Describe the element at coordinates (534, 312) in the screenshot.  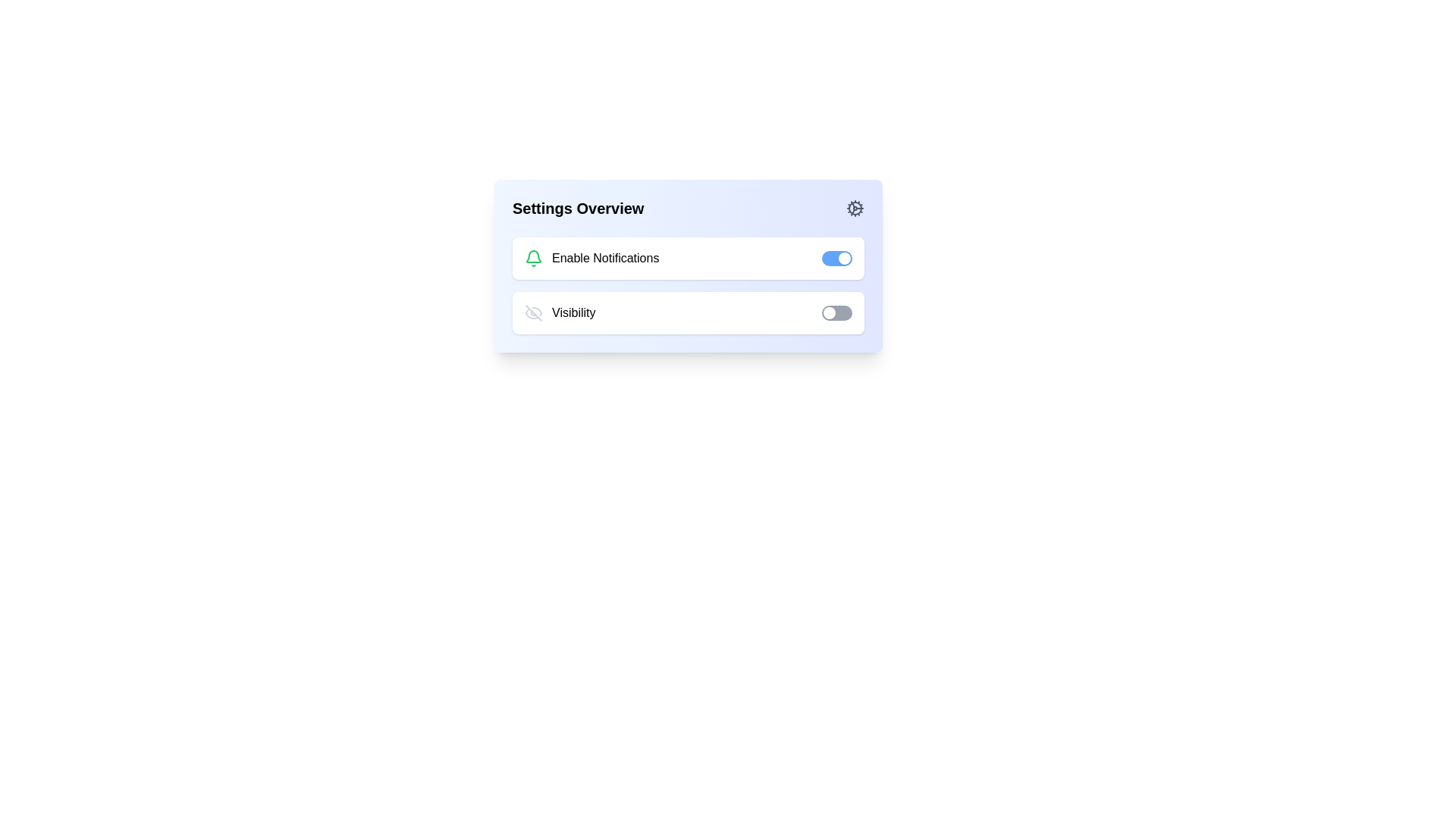
I see `the icon decoration representing the 'eye-off' symbol in the 'Visibility' toggle section of the settings interface` at that location.